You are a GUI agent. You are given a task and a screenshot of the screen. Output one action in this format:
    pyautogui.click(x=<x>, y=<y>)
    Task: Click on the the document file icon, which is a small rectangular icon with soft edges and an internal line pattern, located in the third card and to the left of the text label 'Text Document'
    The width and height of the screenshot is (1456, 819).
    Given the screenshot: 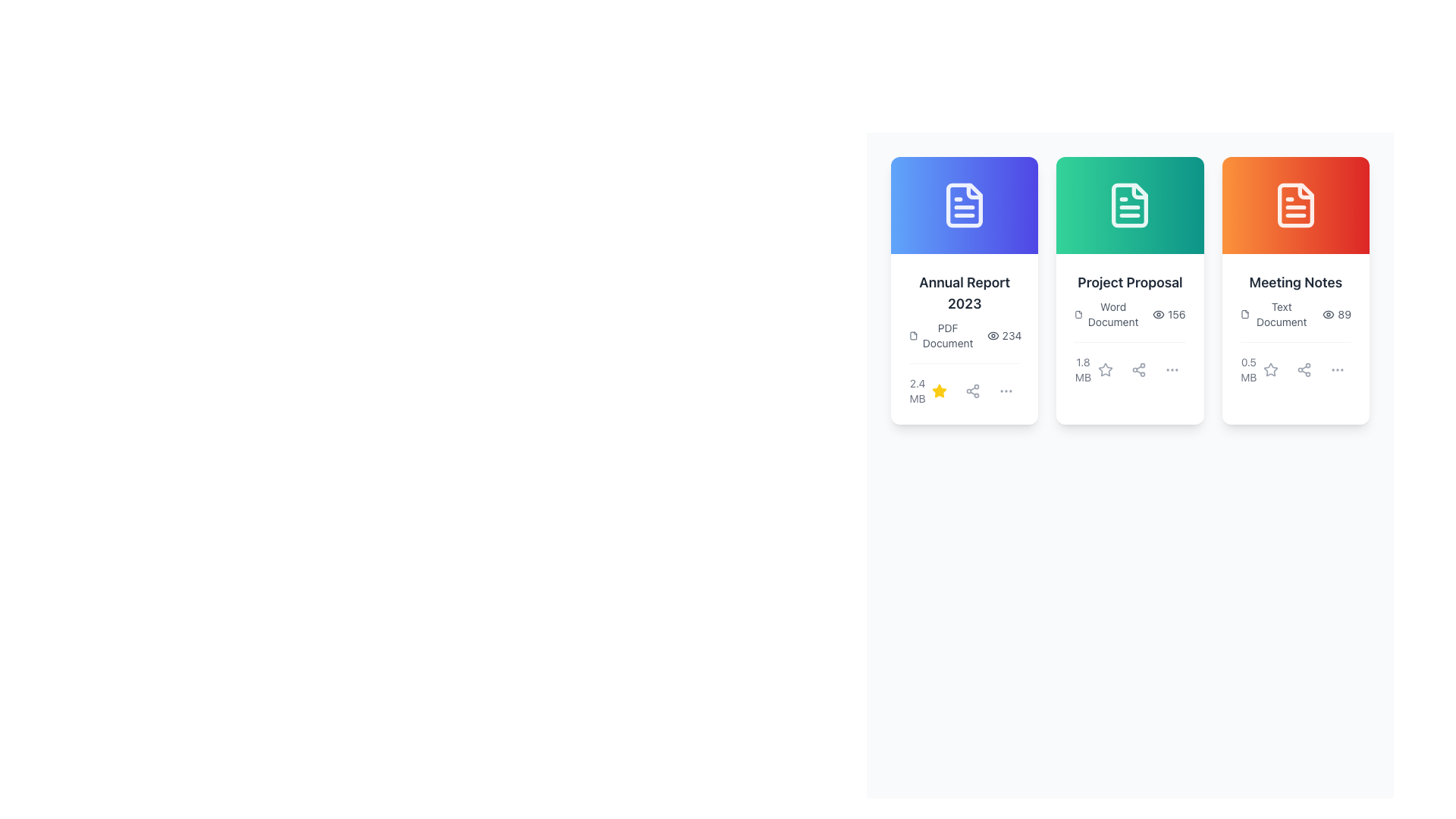 What is the action you would take?
    pyautogui.click(x=1244, y=314)
    